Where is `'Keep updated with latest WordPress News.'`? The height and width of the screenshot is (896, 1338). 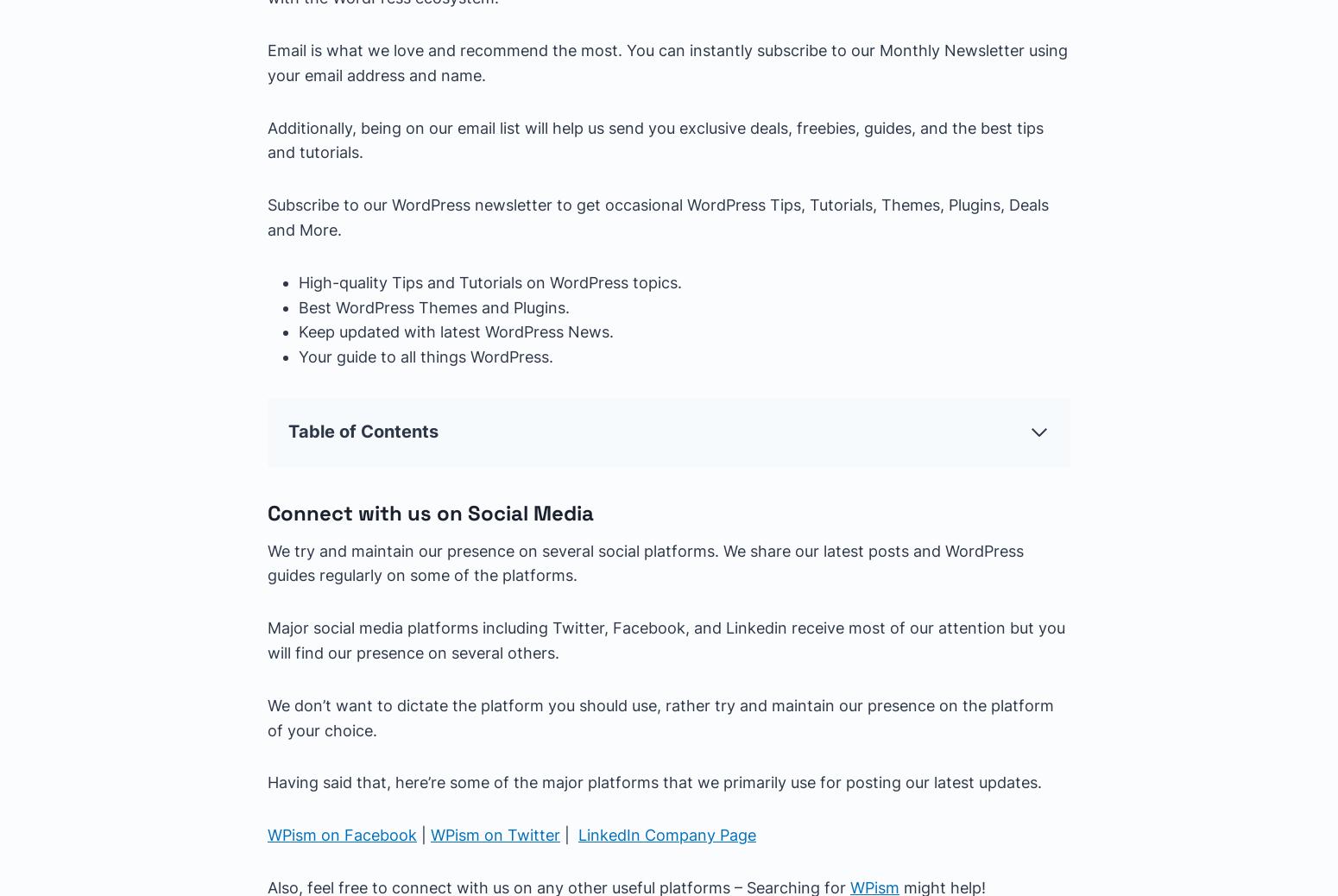 'Keep updated with latest WordPress News.' is located at coordinates (455, 331).